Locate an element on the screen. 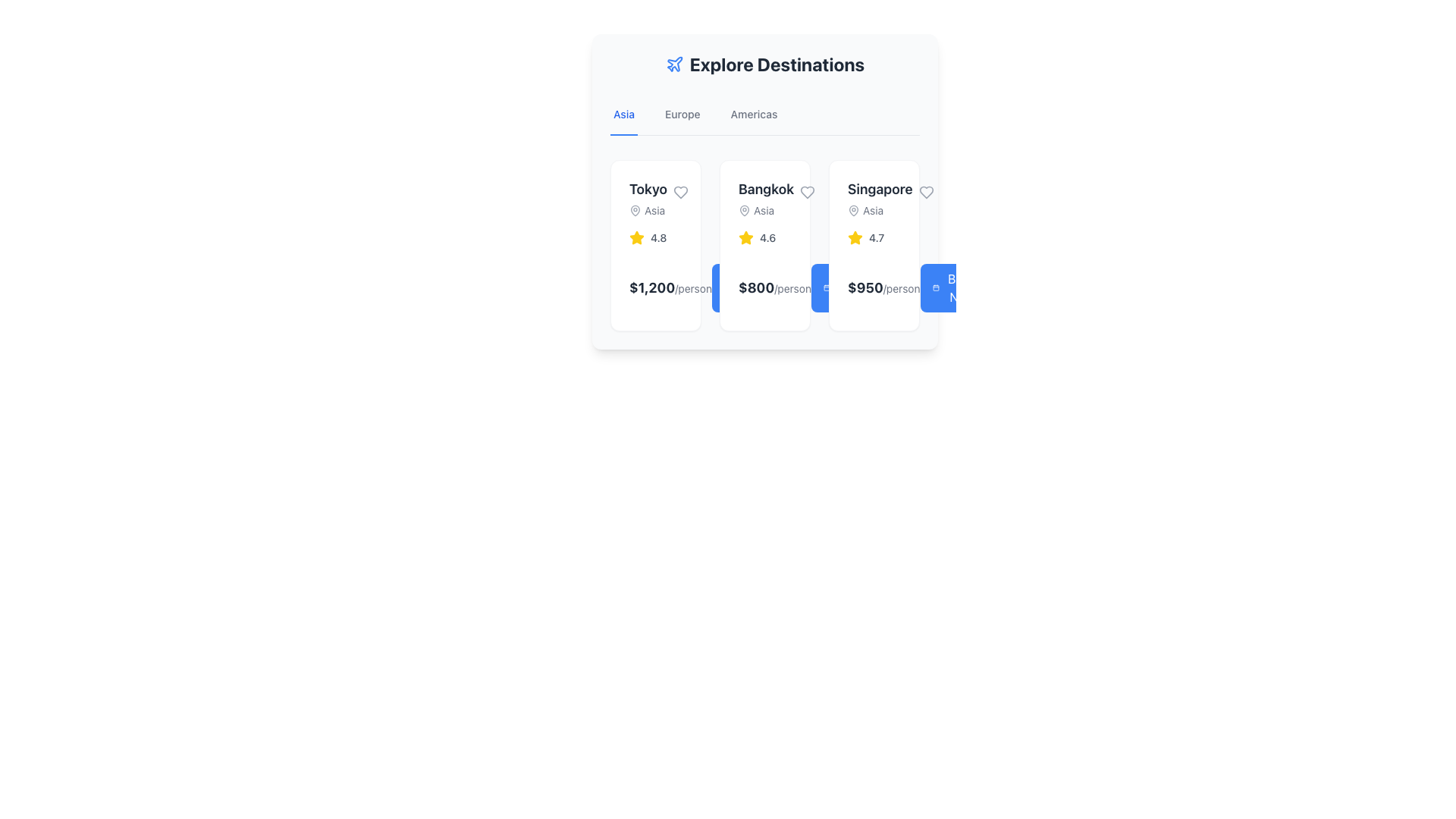  the map pin icon located in the middle card of the trip list under 'Explore Destinations', near the text 'Bangkok' is located at coordinates (745, 210).